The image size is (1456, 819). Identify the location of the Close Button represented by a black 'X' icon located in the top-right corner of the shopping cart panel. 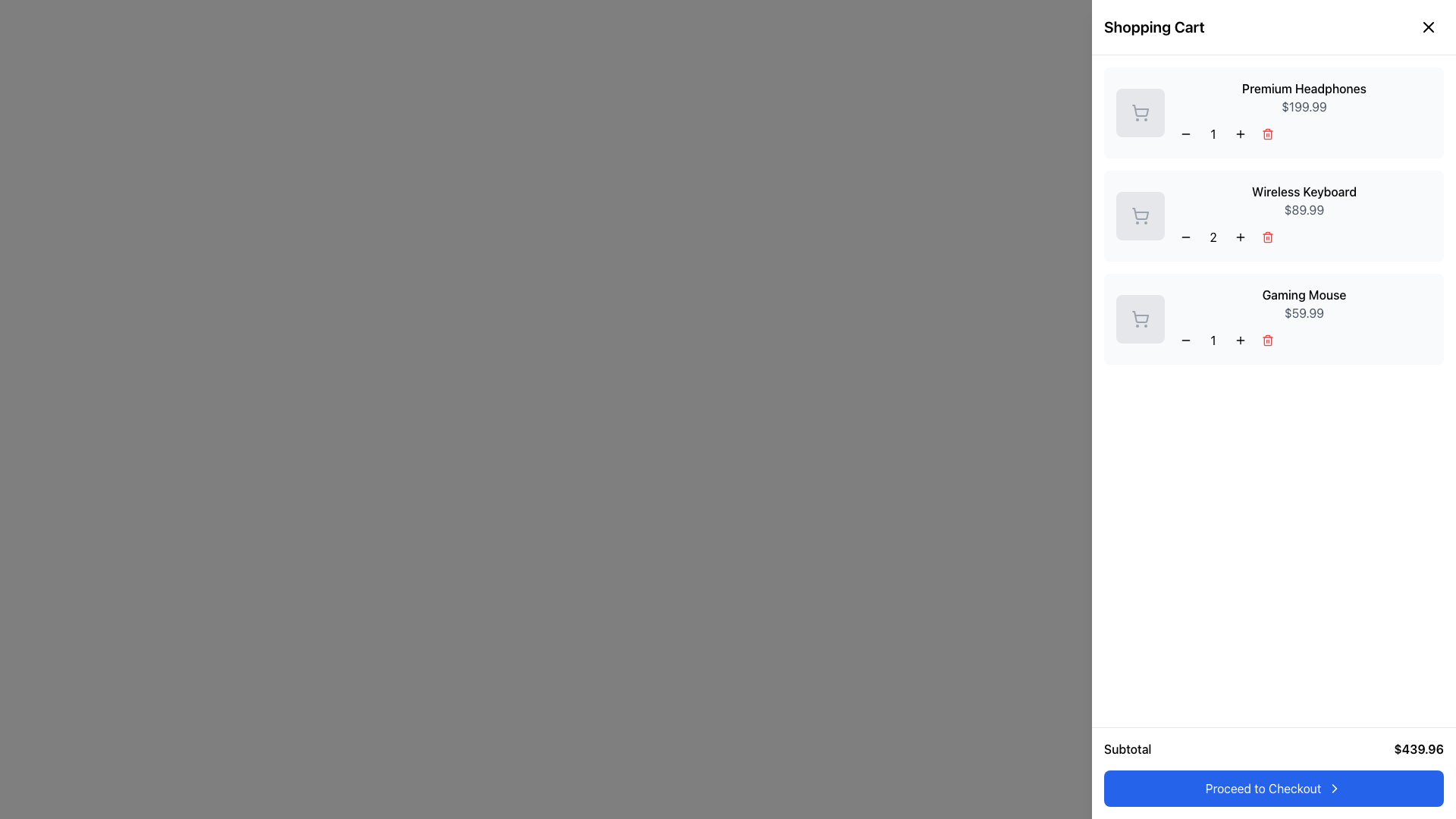
(1427, 27).